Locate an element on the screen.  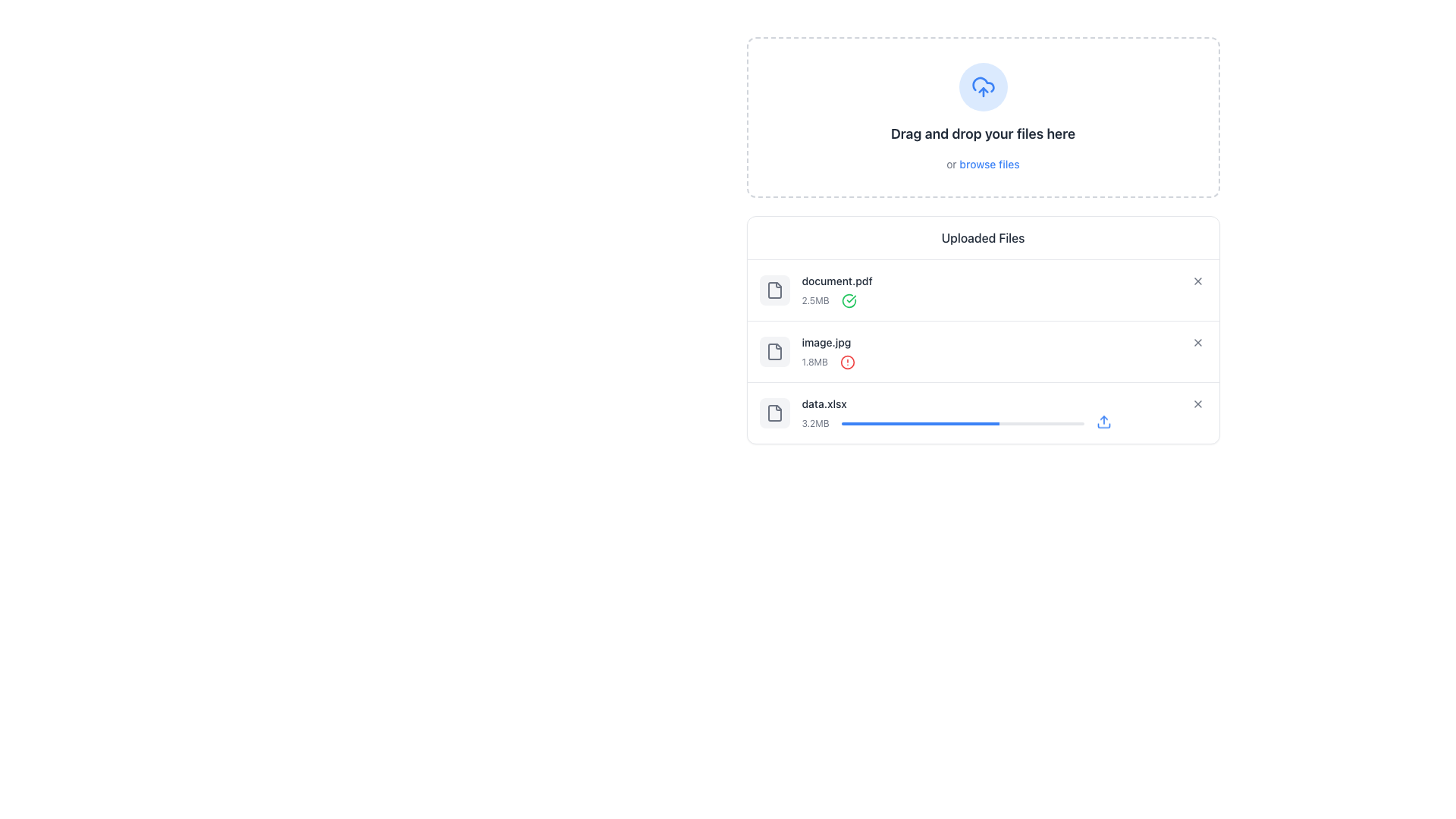
the progress status of the upload progress bar associated with the file 'data.xlsx', which is currently at 65% is located at coordinates (962, 424).